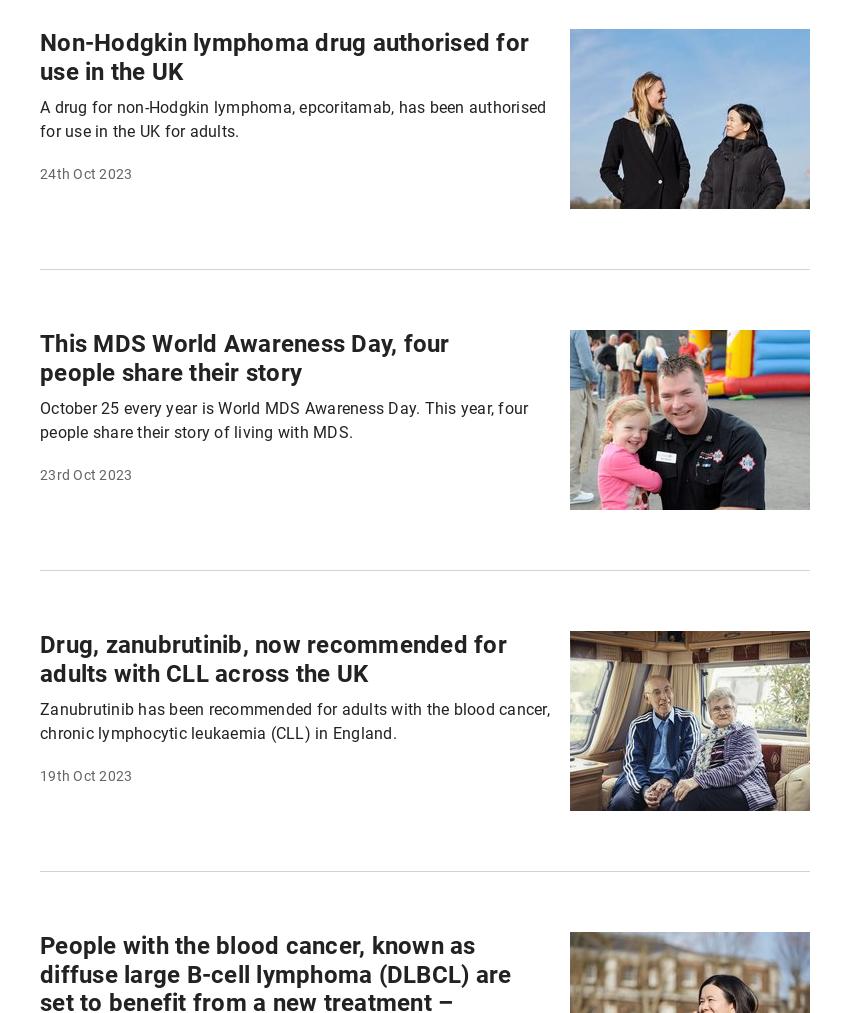 The width and height of the screenshot is (850, 1013). Describe the element at coordinates (477, 27) in the screenshot. I see `'Forum'` at that location.